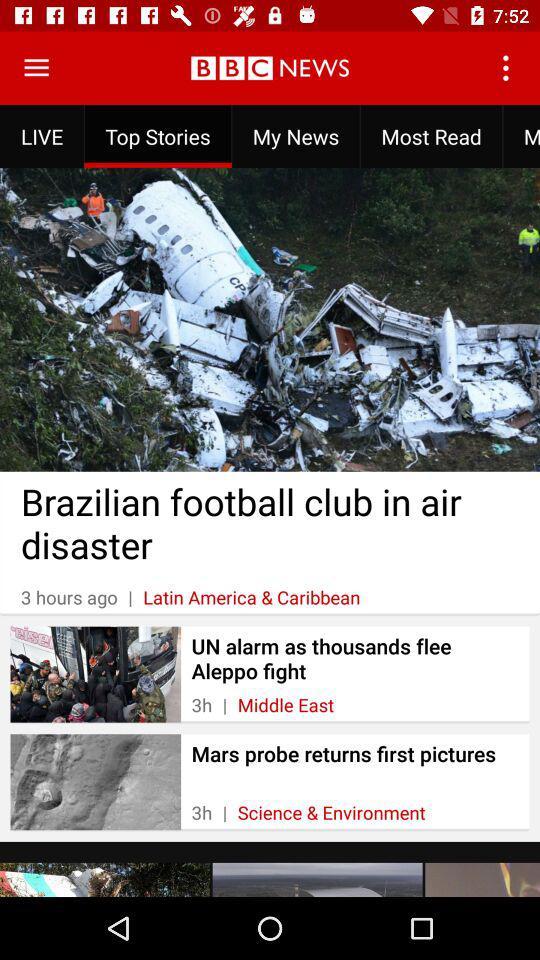 The image size is (540, 960). What do you see at coordinates (36, 68) in the screenshot?
I see `menu` at bounding box center [36, 68].